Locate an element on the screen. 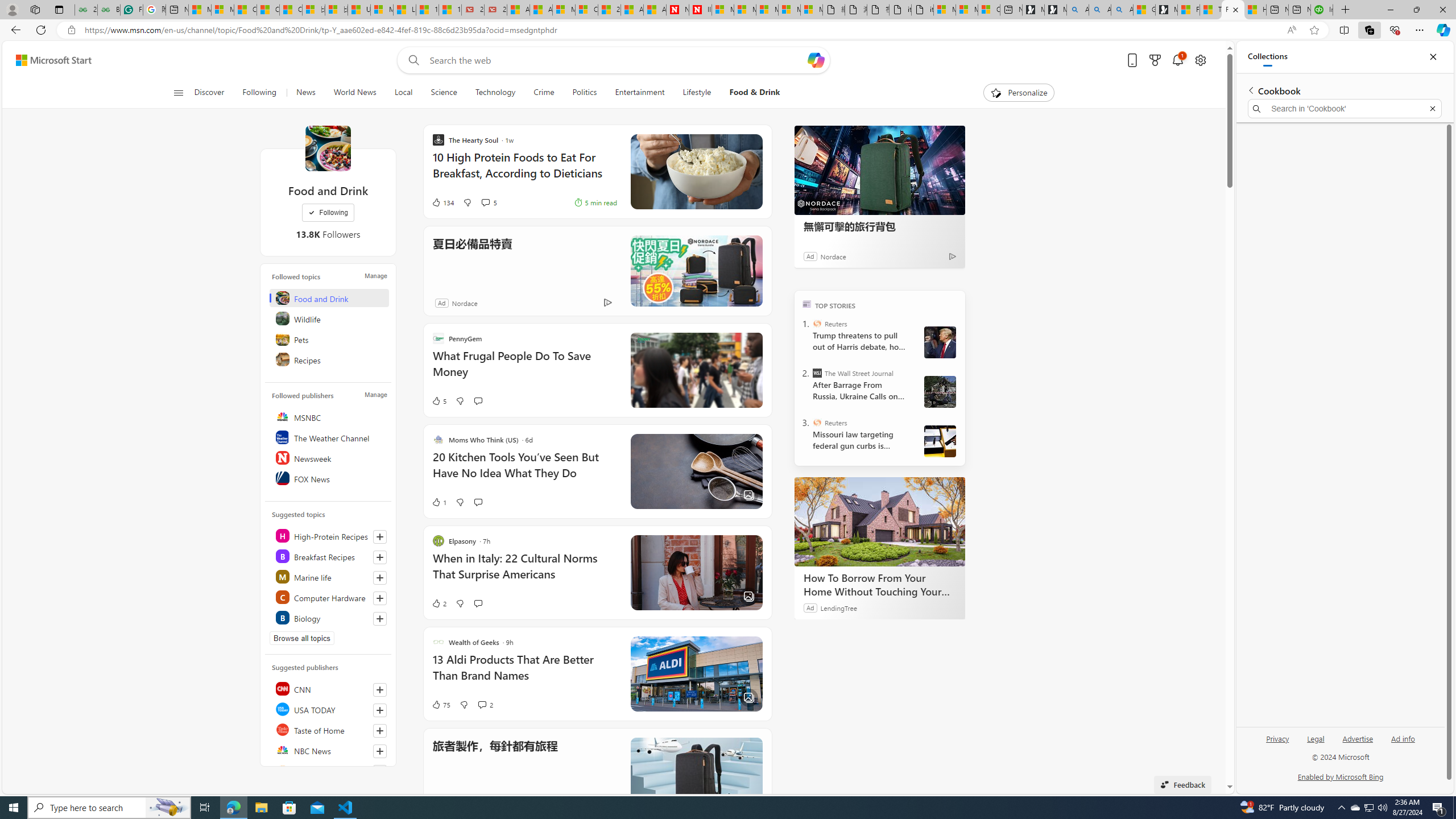 This screenshot has width=1456, height=819. 'Class: highlight' is located at coordinates (329, 617).